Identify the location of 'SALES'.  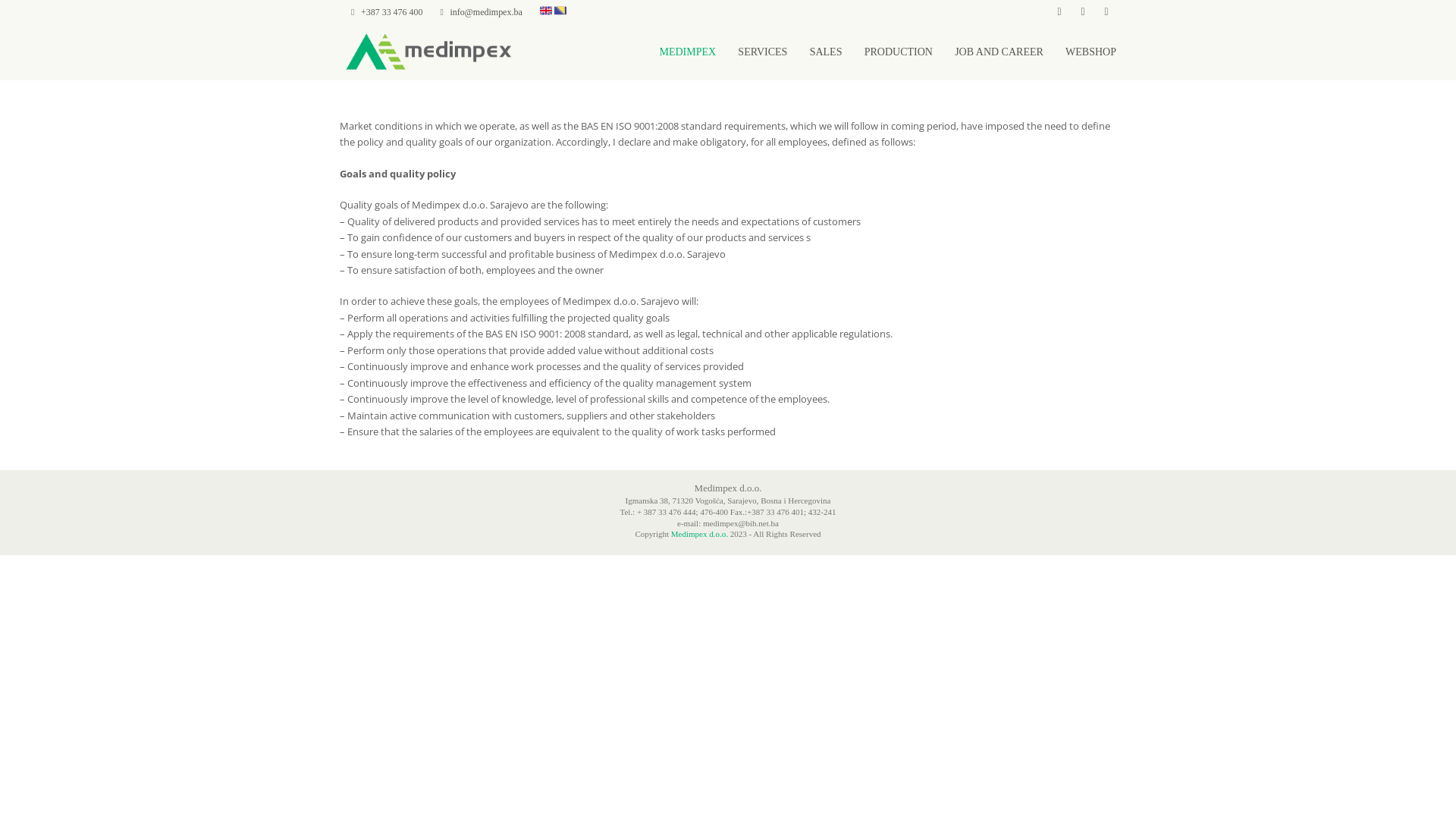
(825, 51).